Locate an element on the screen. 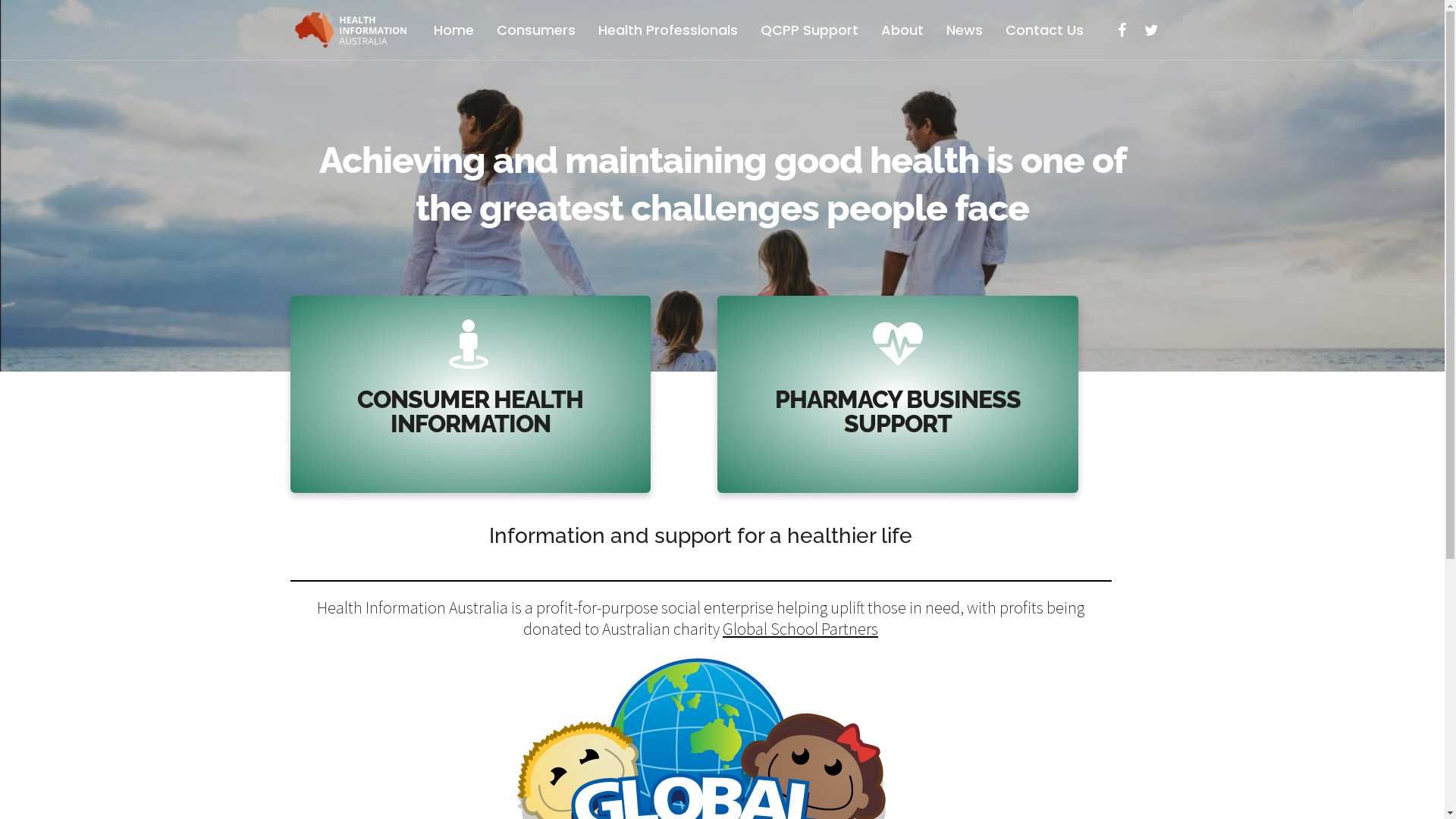 The image size is (1456, 819). 'CONSUMER HEALTH is located at coordinates (469, 376).